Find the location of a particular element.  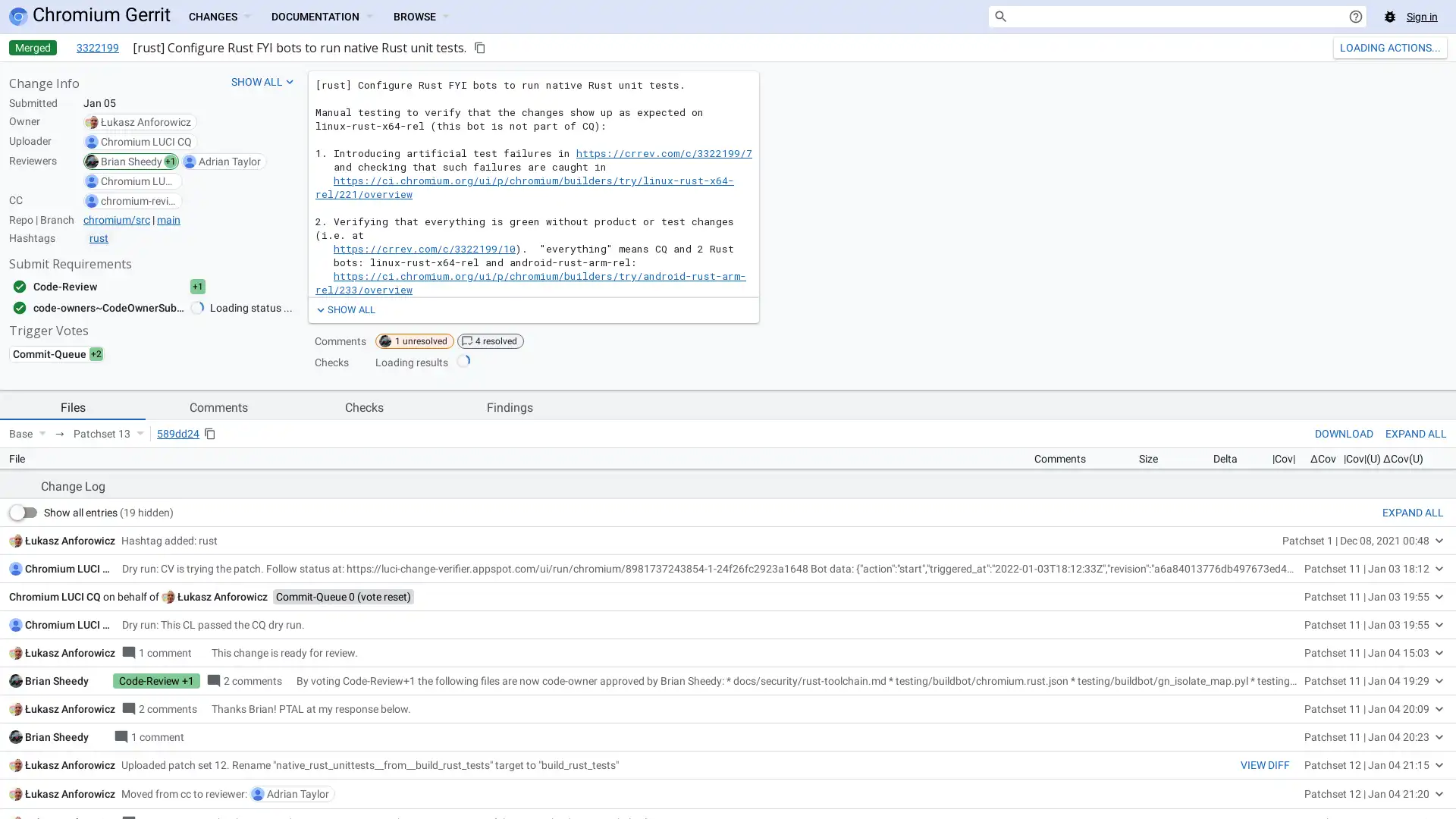

Base is located at coordinates (27, 433).